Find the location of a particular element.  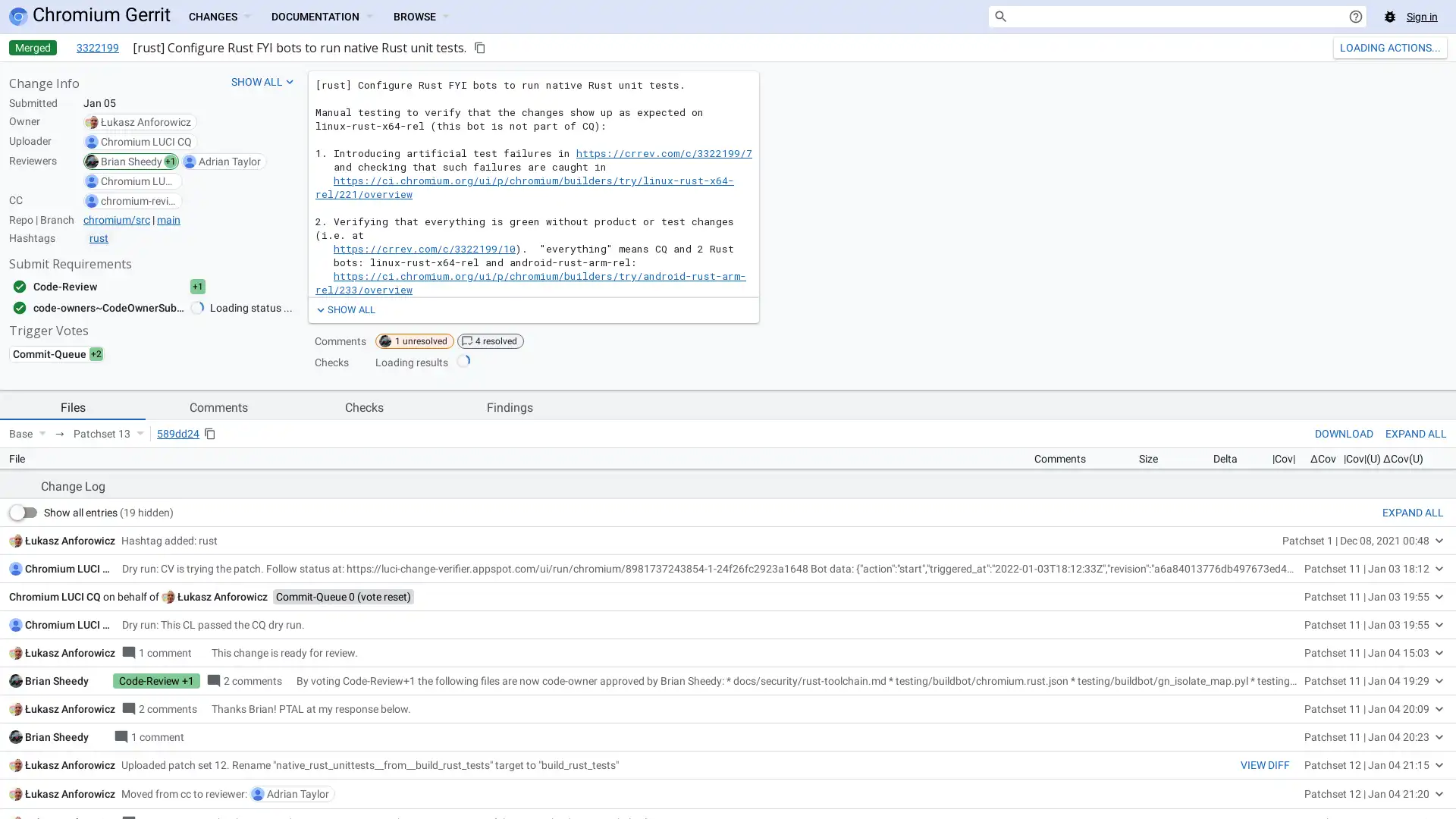

Base is located at coordinates (27, 433).